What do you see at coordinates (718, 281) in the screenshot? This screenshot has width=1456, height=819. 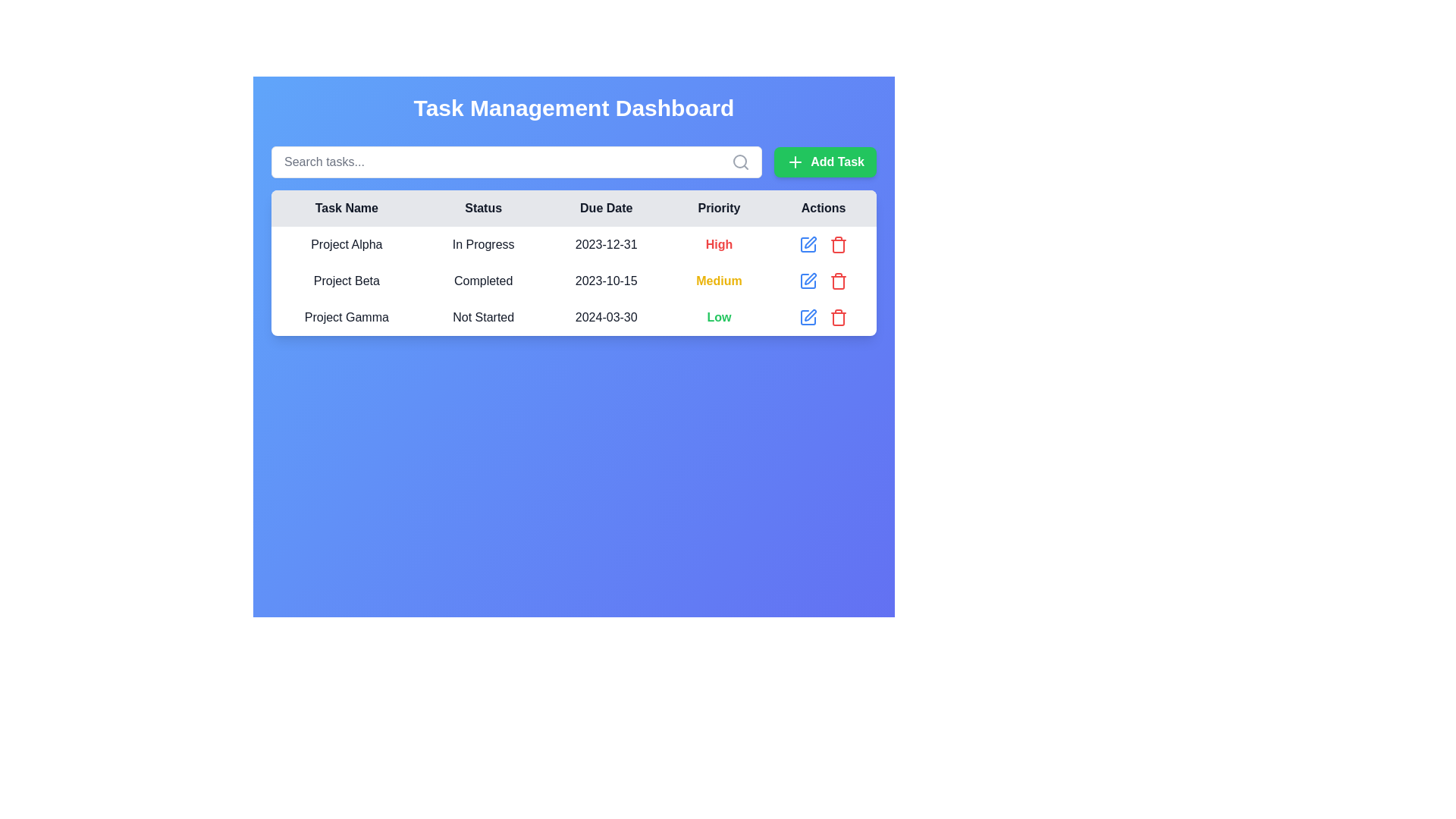 I see `the static text element labeled 'Medium' in the fourth column of the second row of the task table for 'Project Beta'` at bounding box center [718, 281].